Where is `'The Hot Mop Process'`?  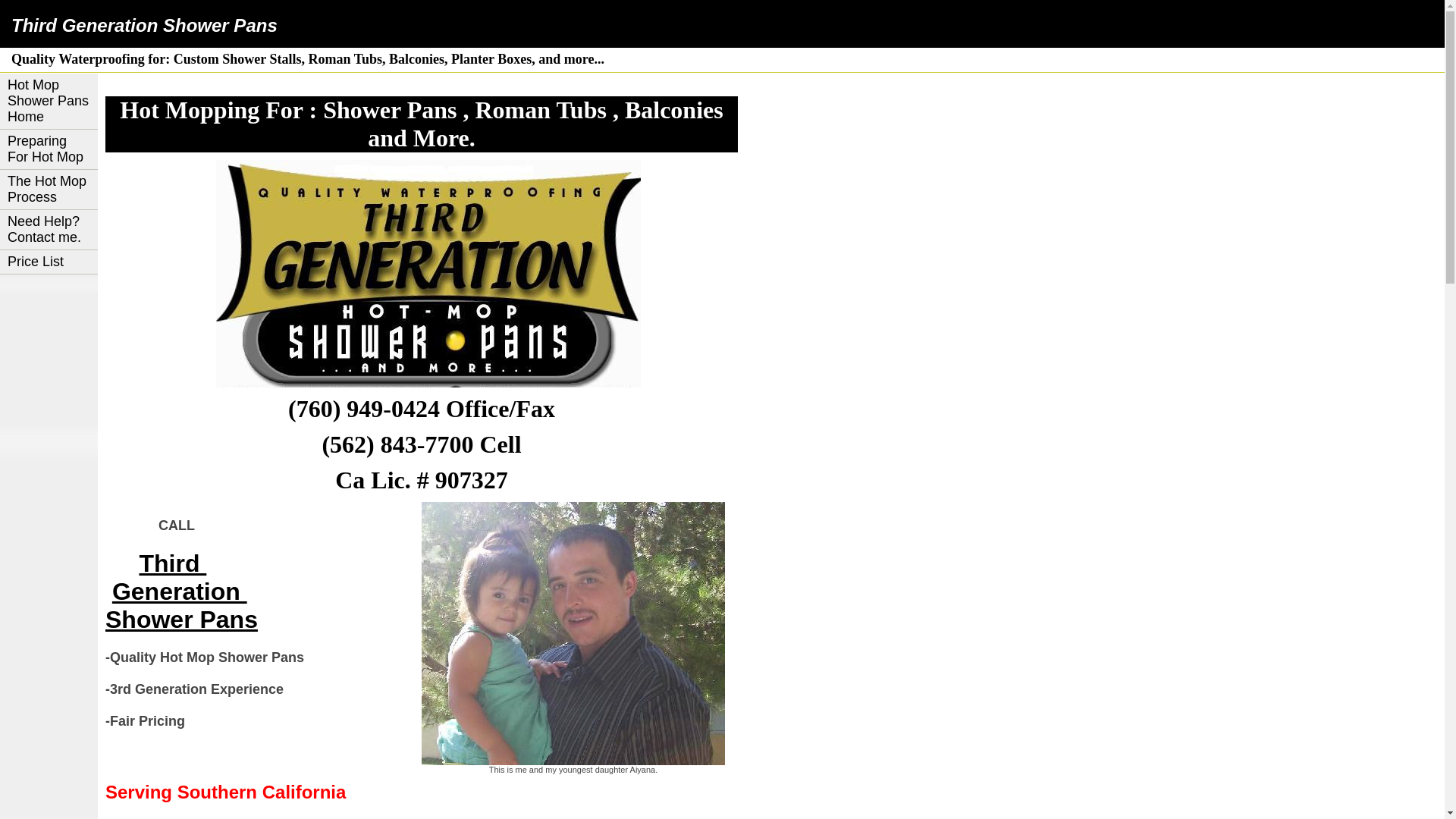 'The Hot Mop Process' is located at coordinates (49, 189).